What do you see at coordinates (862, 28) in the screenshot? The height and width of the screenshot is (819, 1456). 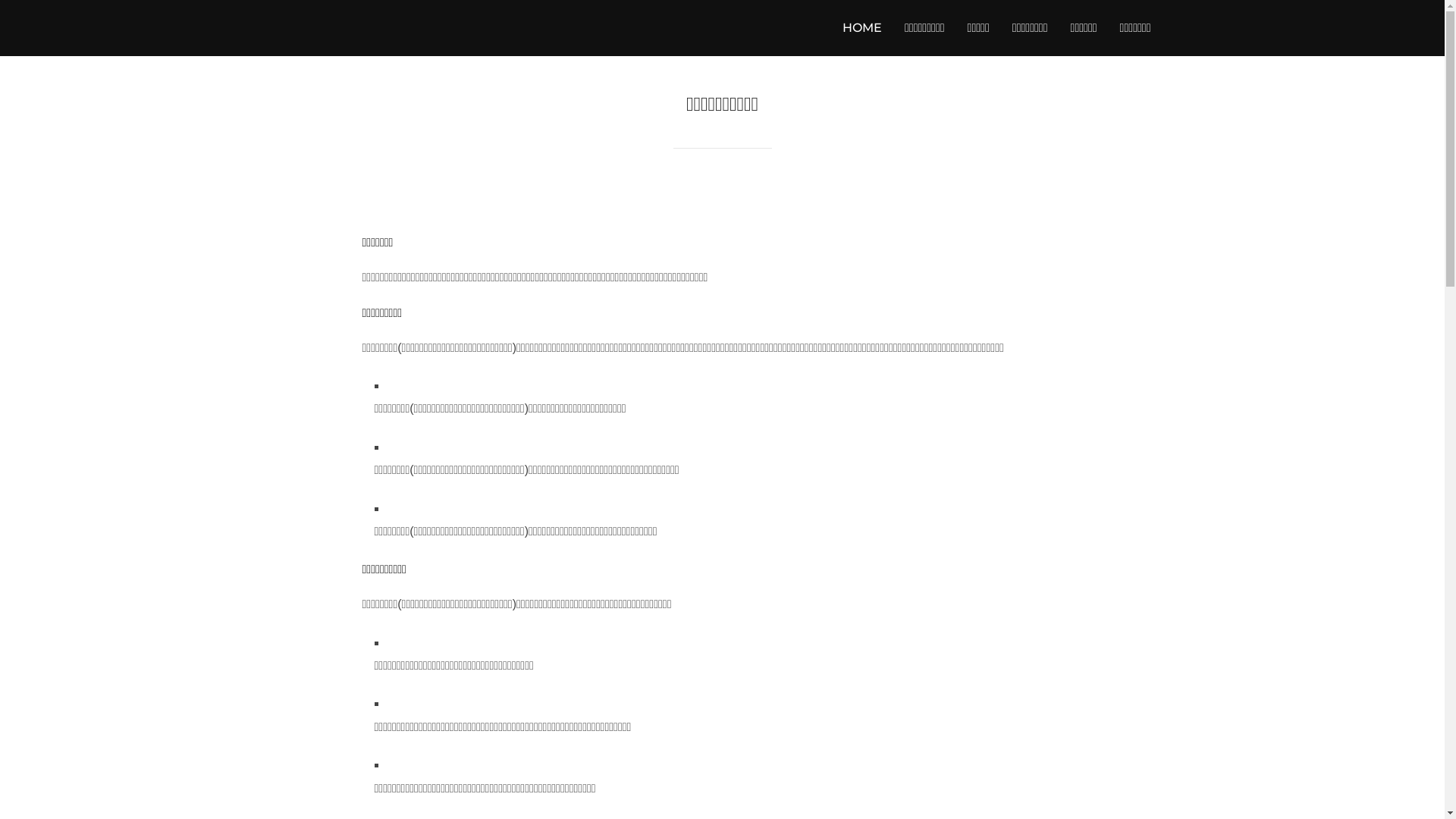 I see `'HOME'` at bounding box center [862, 28].